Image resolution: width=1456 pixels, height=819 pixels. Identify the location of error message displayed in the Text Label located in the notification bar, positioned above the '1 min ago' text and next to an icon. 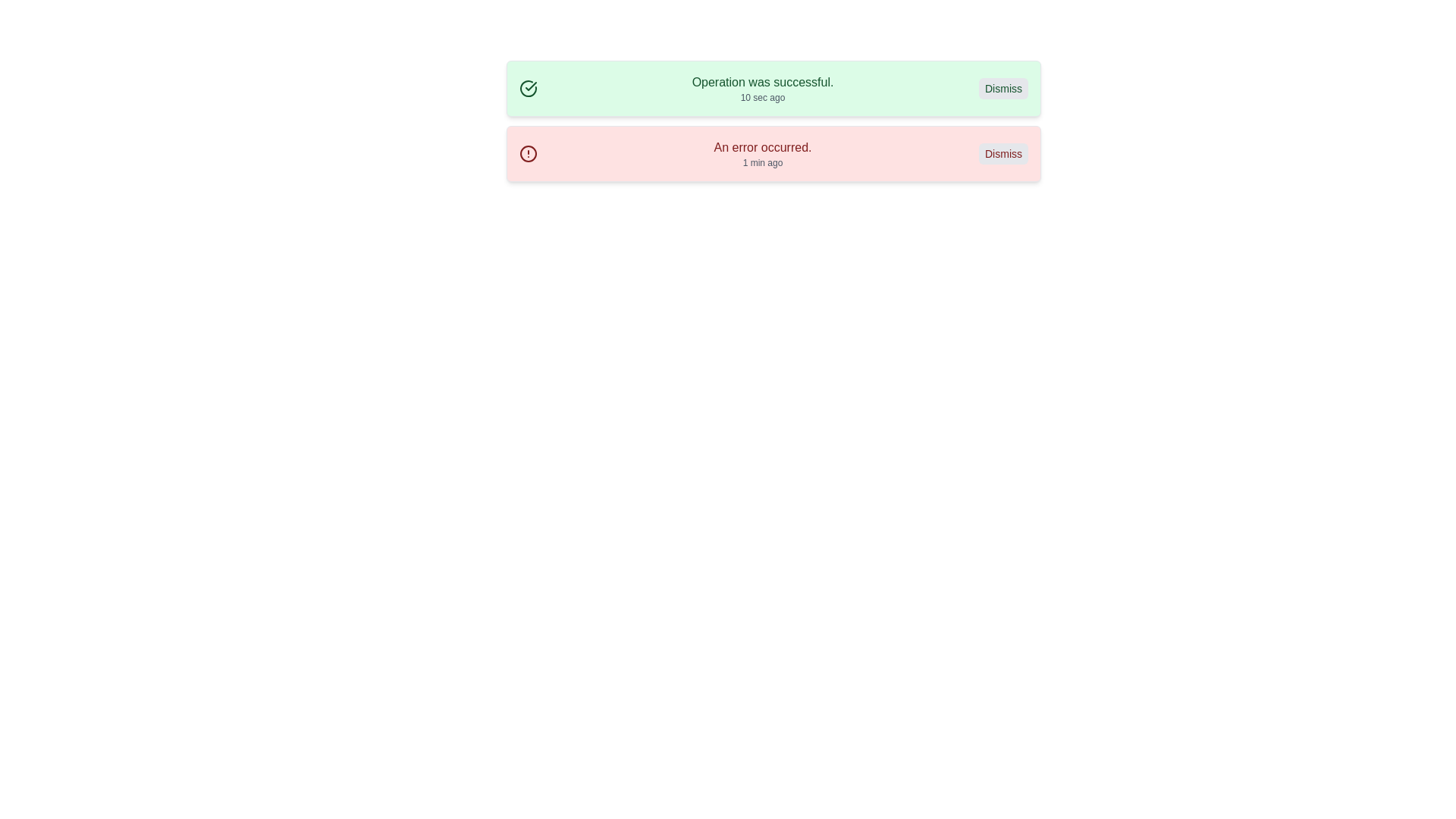
(763, 148).